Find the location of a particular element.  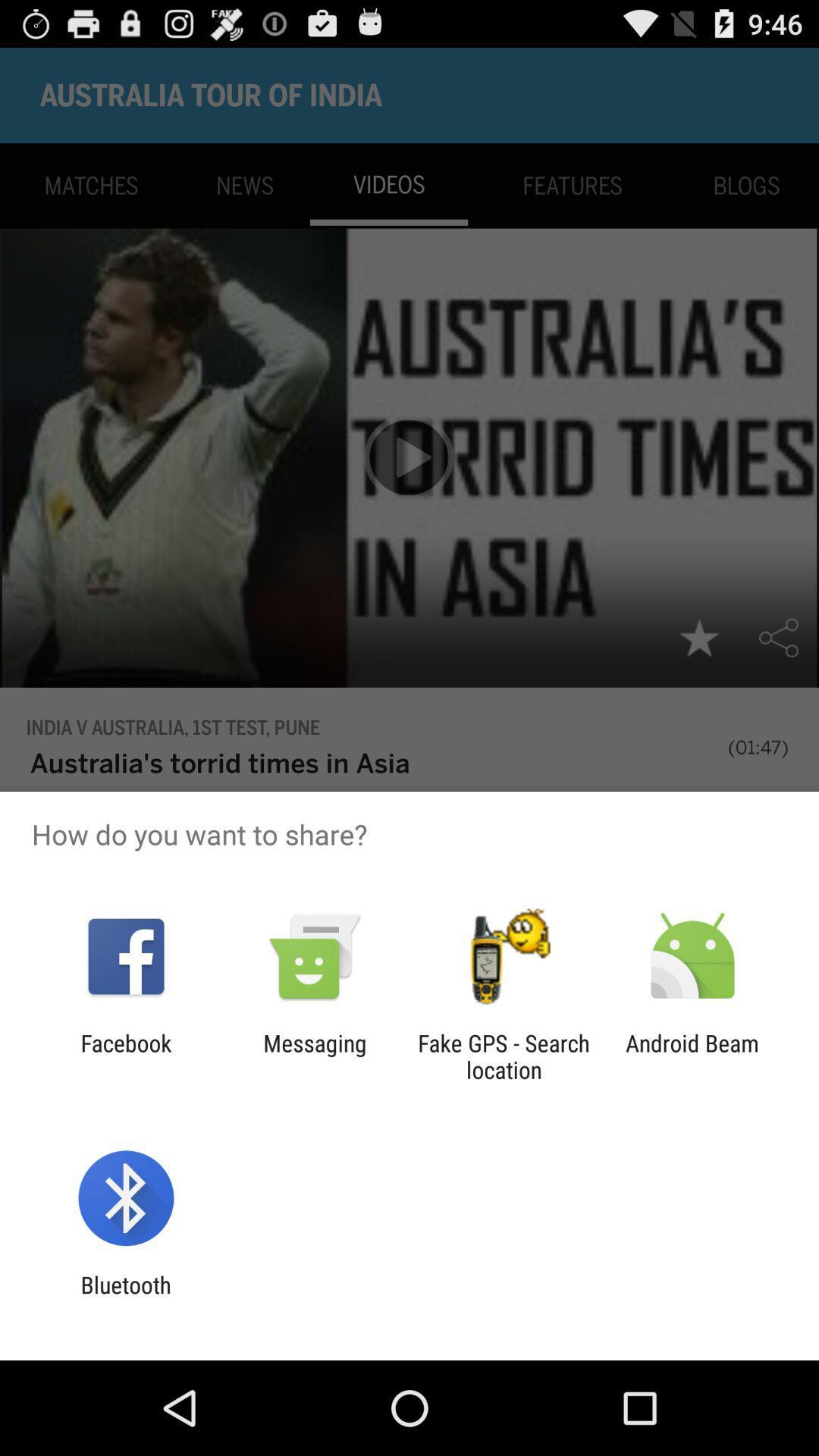

the item next to messaging item is located at coordinates (125, 1056).